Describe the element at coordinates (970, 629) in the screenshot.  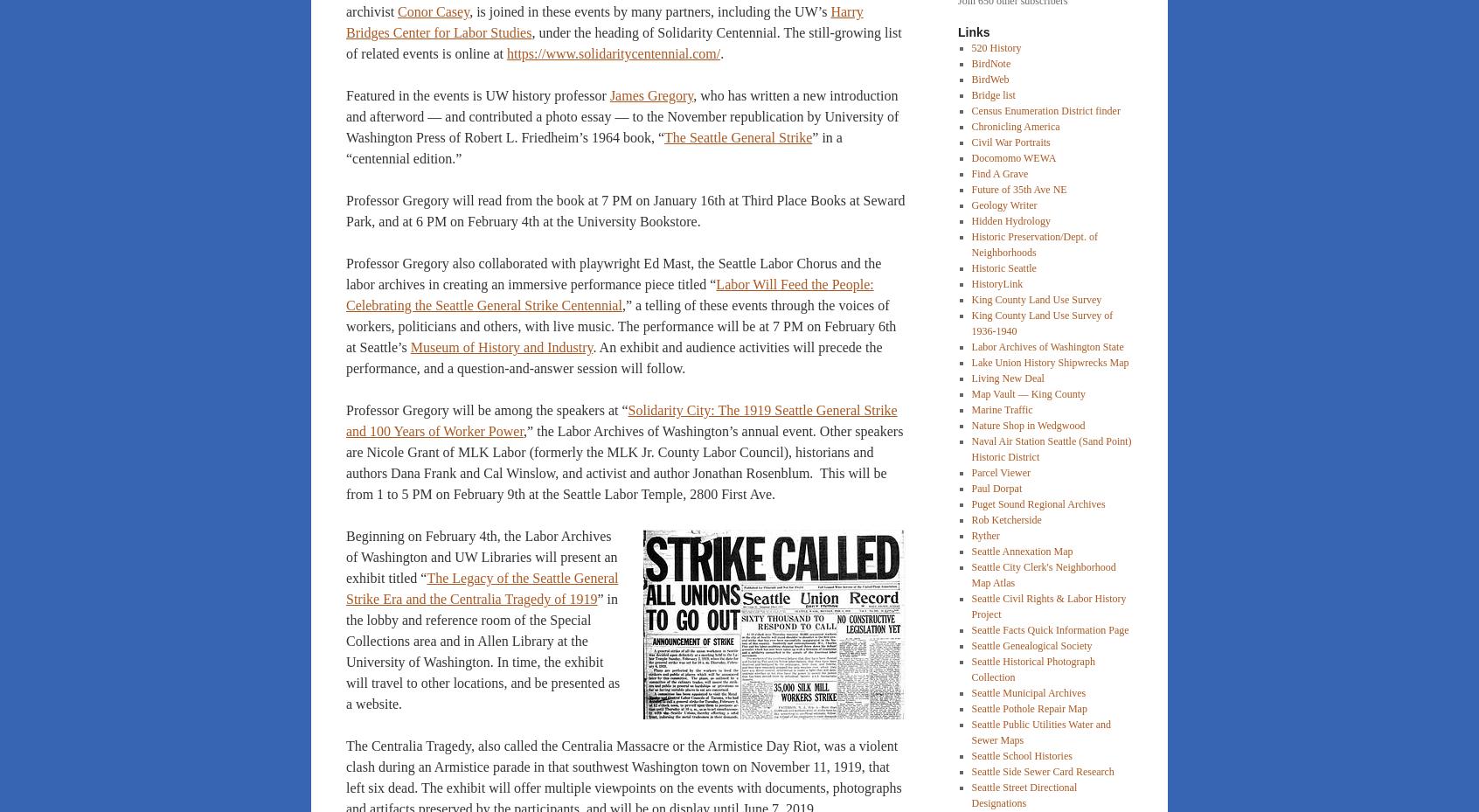
I see `'Seattle Facts Quick Information Page'` at that location.